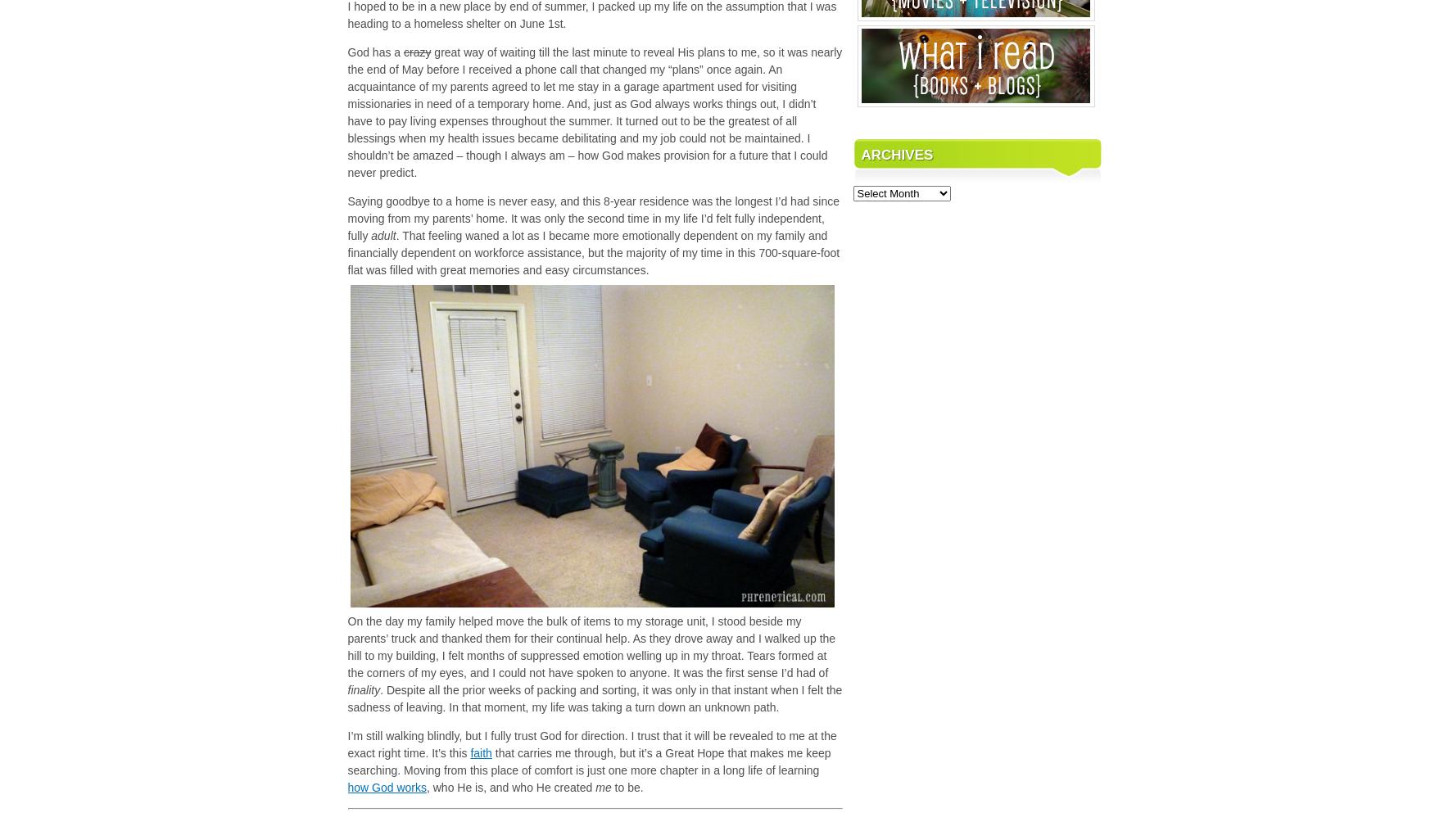  What do you see at coordinates (375, 50) in the screenshot?
I see `'God has a'` at bounding box center [375, 50].